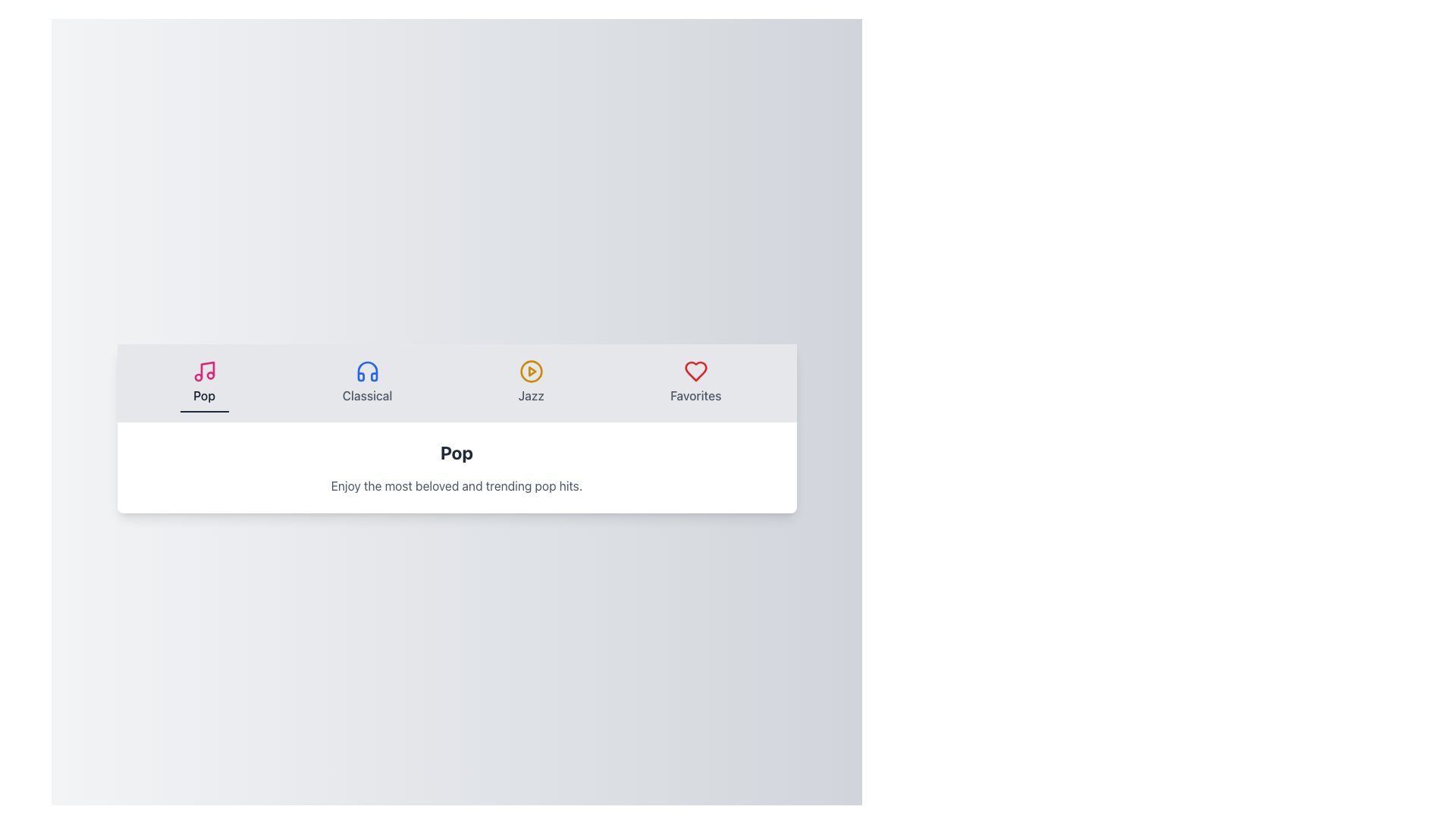  I want to click on on the blue headphones icon located between the pink music note icon labeled 'Pop' and the yellow play-button icon labeled 'Jazz', so click(367, 371).